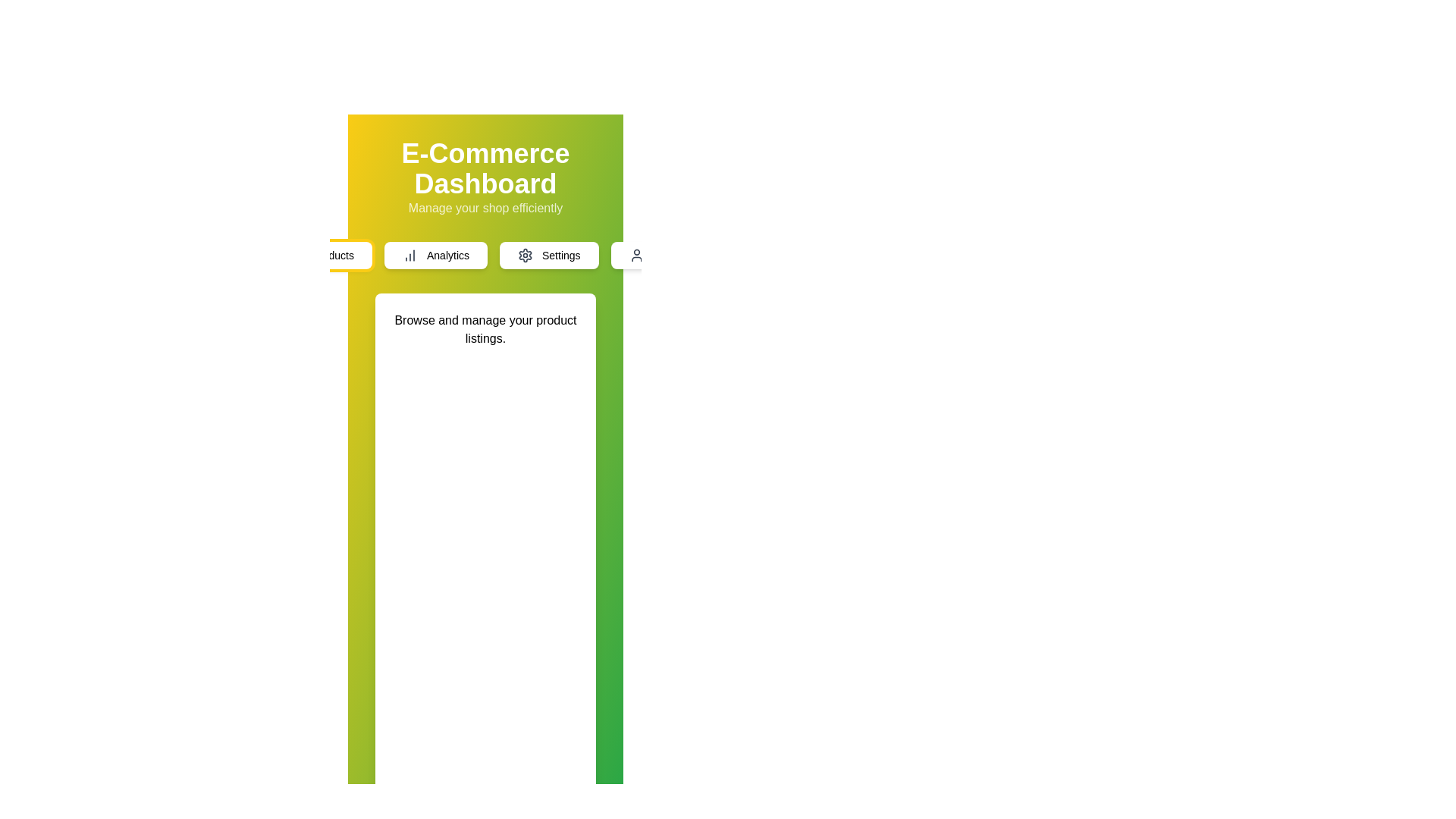  I want to click on the user profile icon, which is a small decorative outline of a person located within the 'Profile' button in the top-right section of the interface, so click(636, 254).